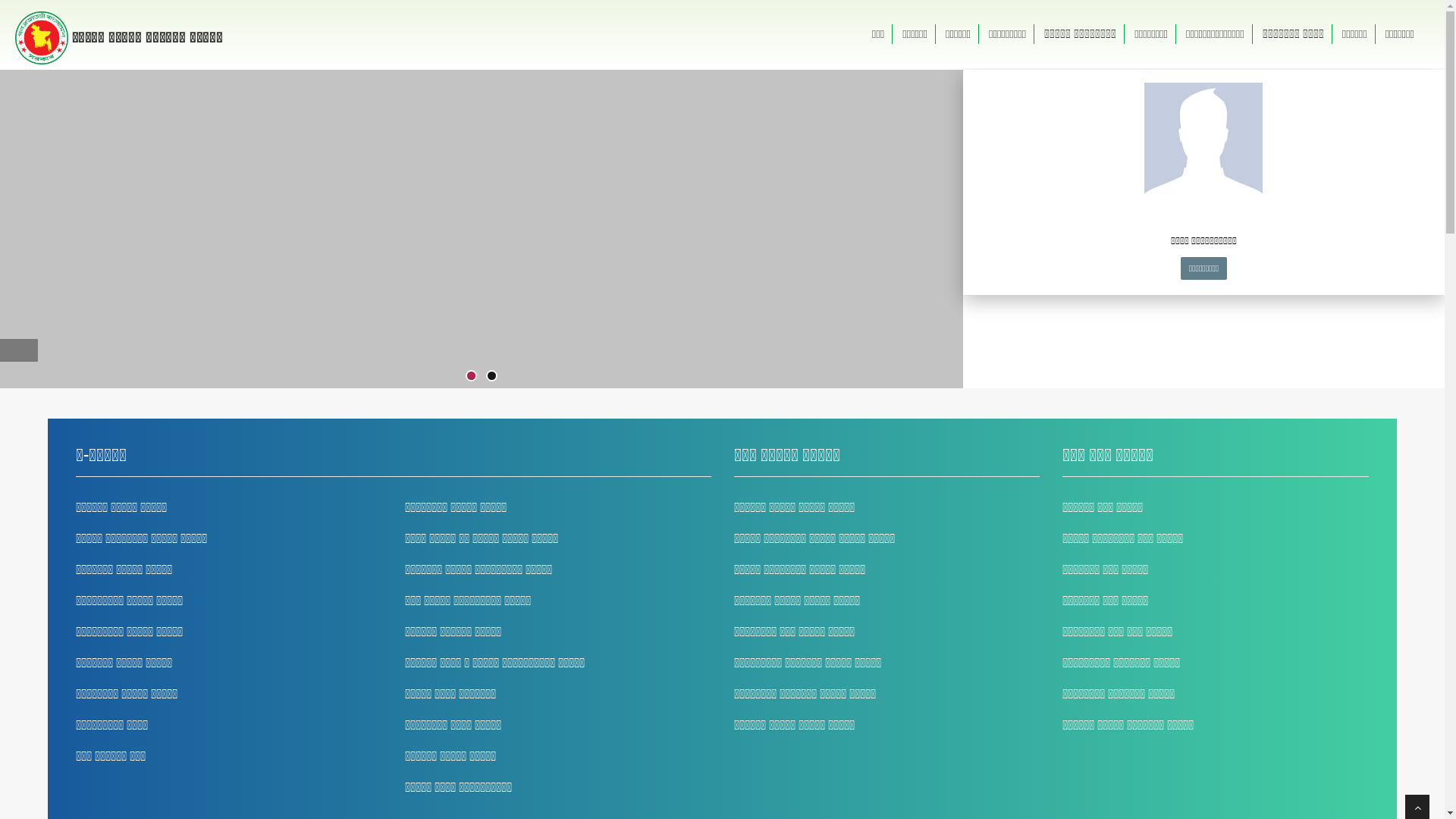 The image size is (1456, 819). I want to click on '1', so click(470, 375).